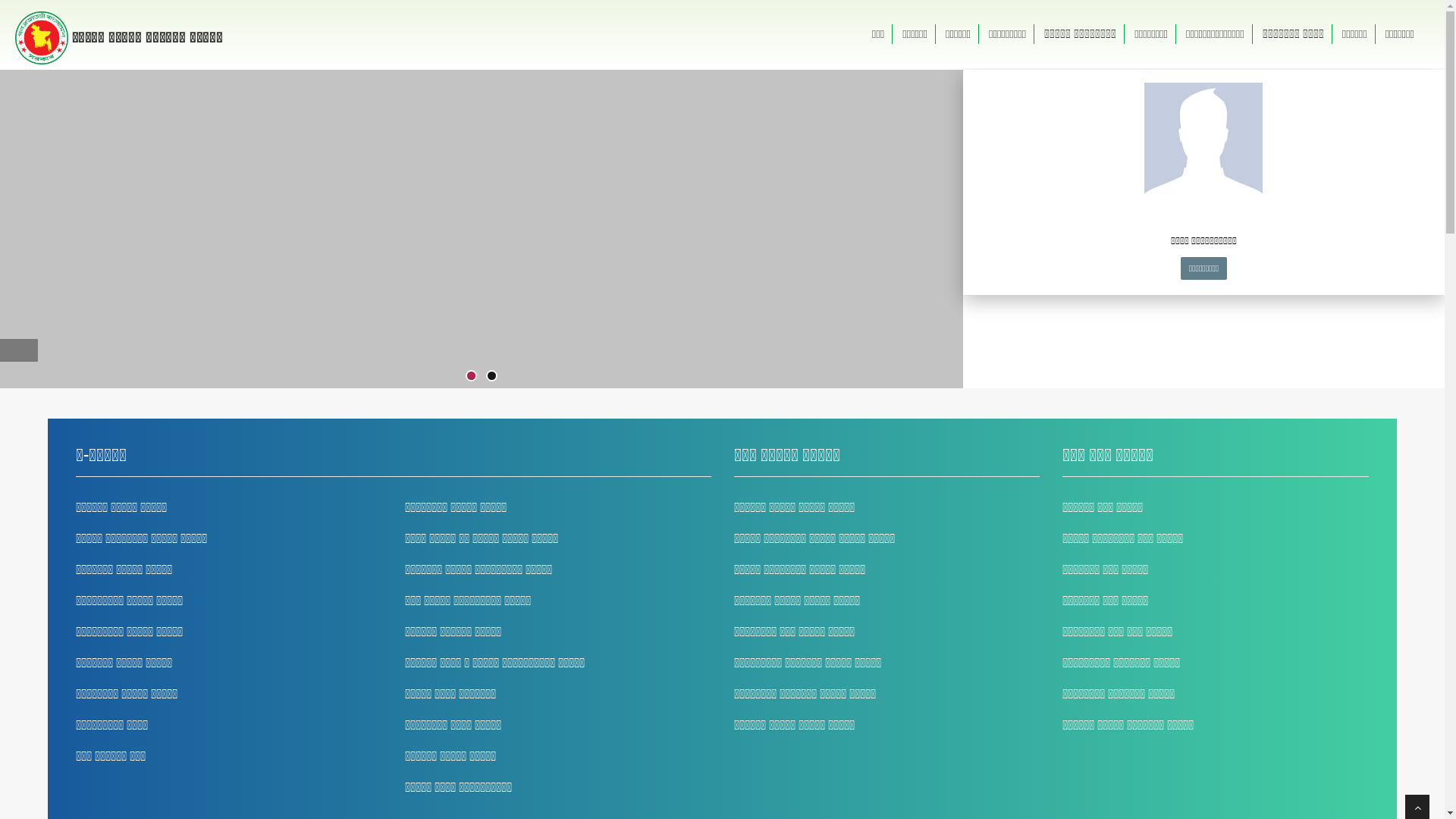 The image size is (1456, 819). I want to click on '1', so click(470, 375).